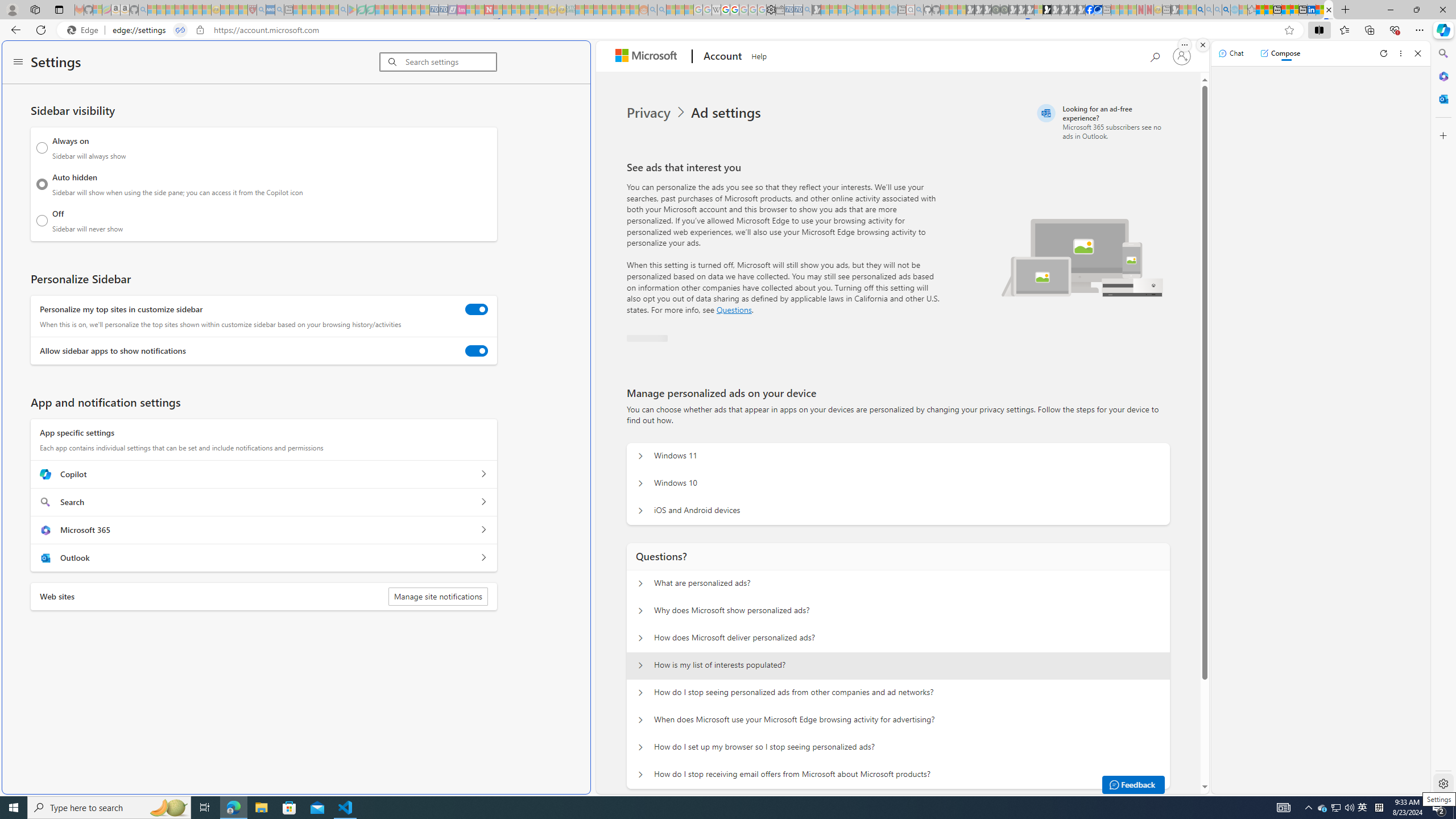  What do you see at coordinates (279, 9) in the screenshot?
I see `'utah sues federal government - Search - Sleeping'` at bounding box center [279, 9].